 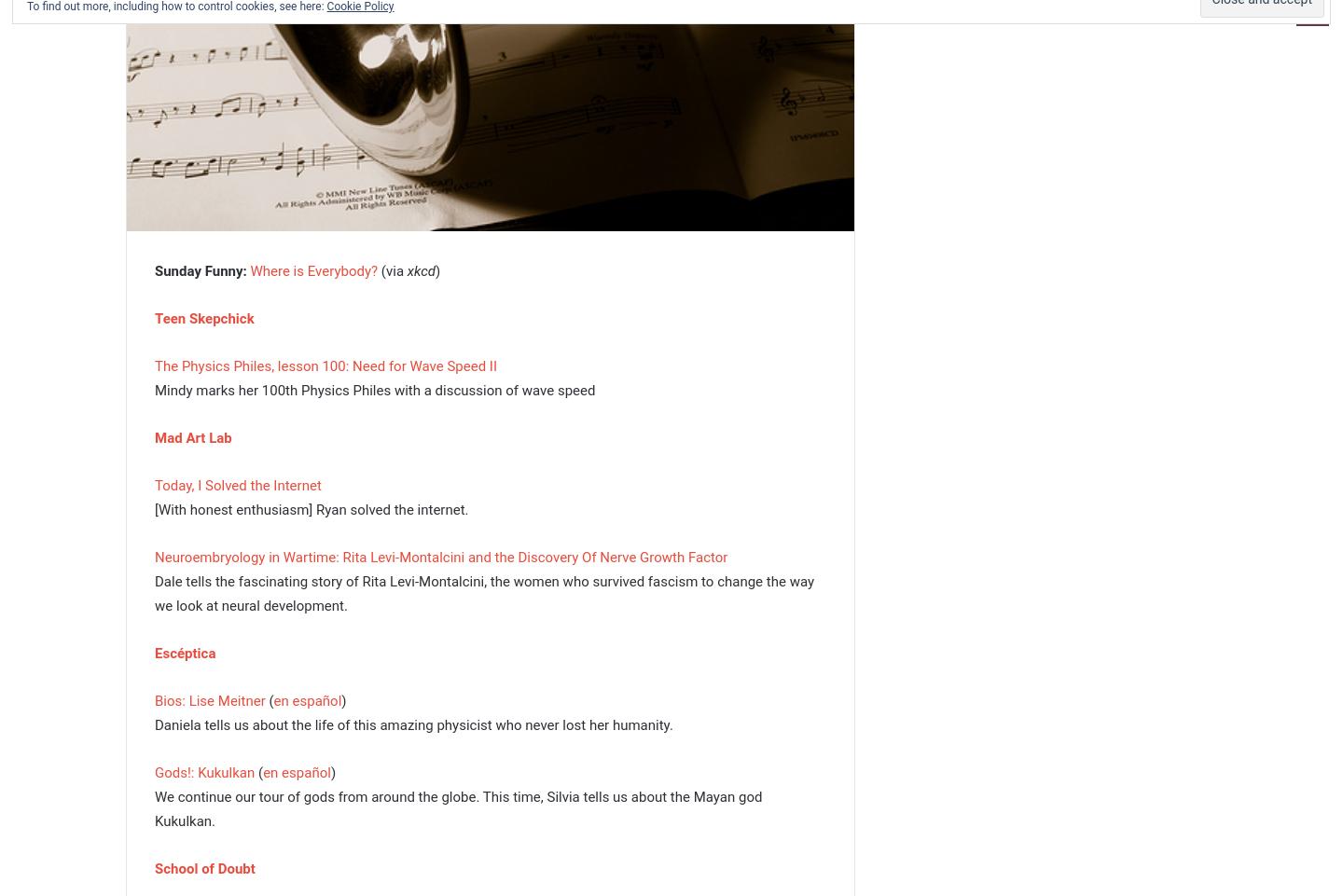 What do you see at coordinates (311, 508) in the screenshot?
I see `'[With honest enthusiasm] Ryan solved the internet.'` at bounding box center [311, 508].